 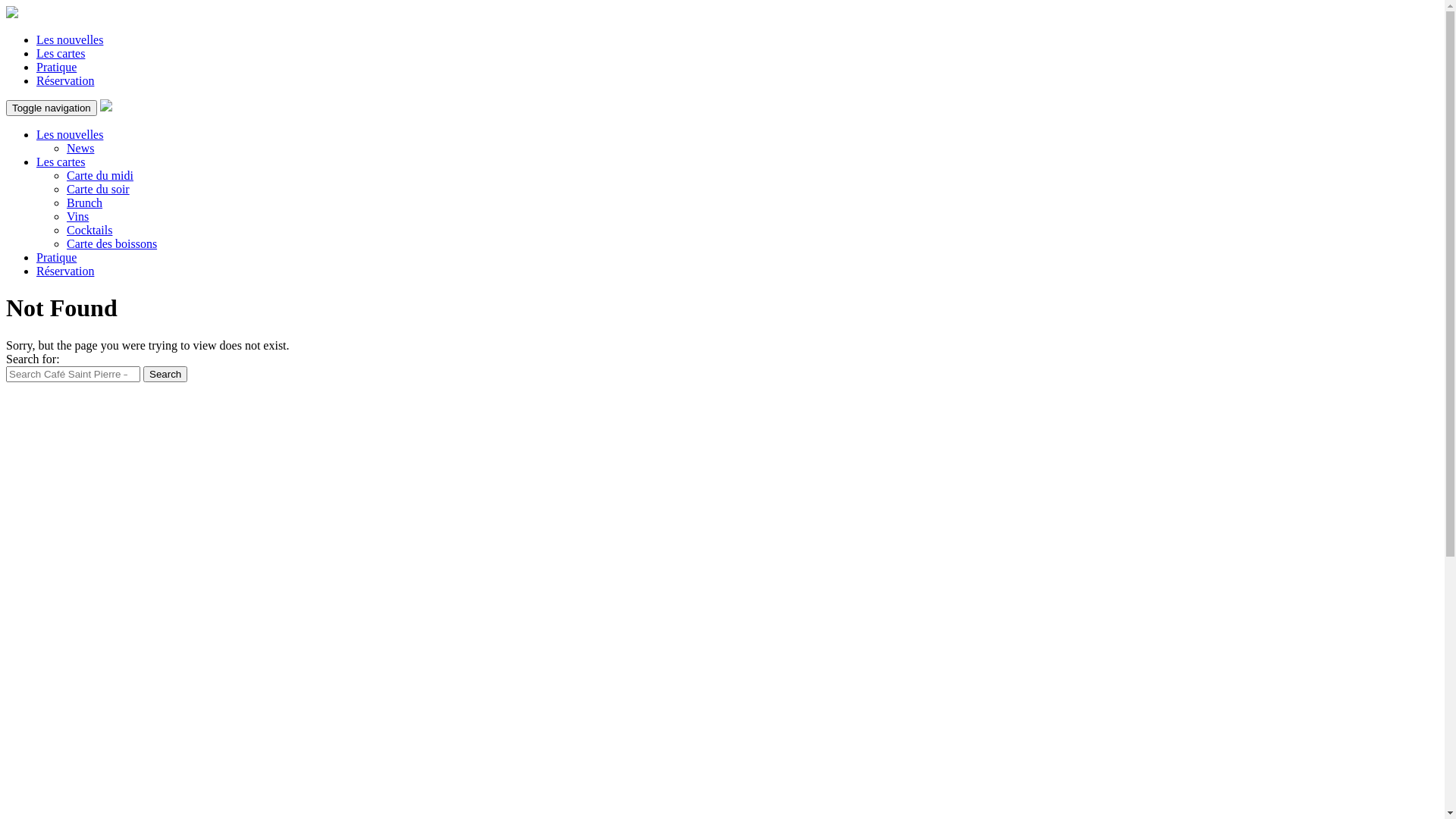 What do you see at coordinates (36, 52) in the screenshot?
I see `'Les cartes'` at bounding box center [36, 52].